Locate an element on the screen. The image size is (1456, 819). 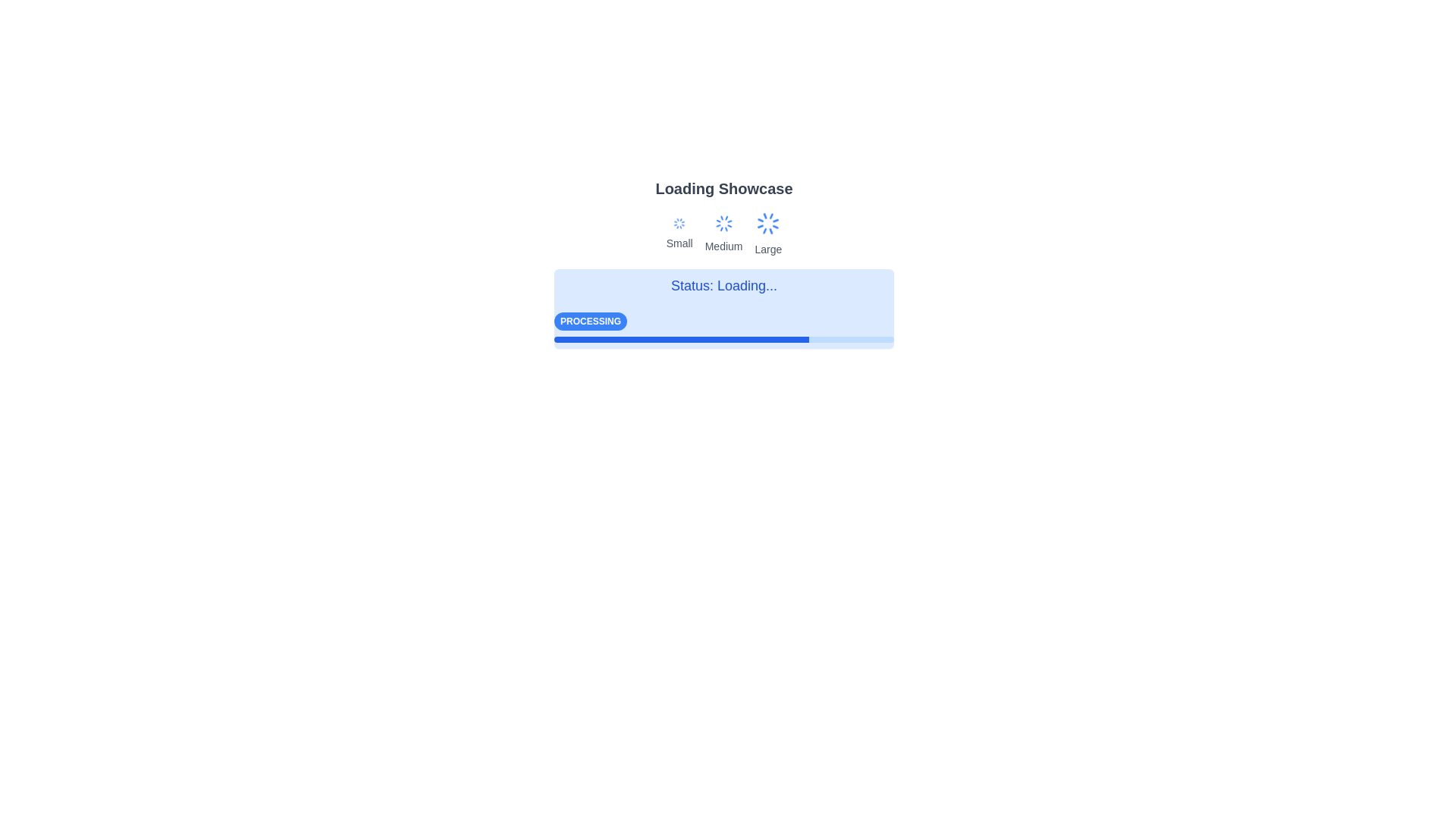
the static text label that displays the word 'Small', styled in subtle gray color and located below the first spinning loader icon is located at coordinates (679, 242).